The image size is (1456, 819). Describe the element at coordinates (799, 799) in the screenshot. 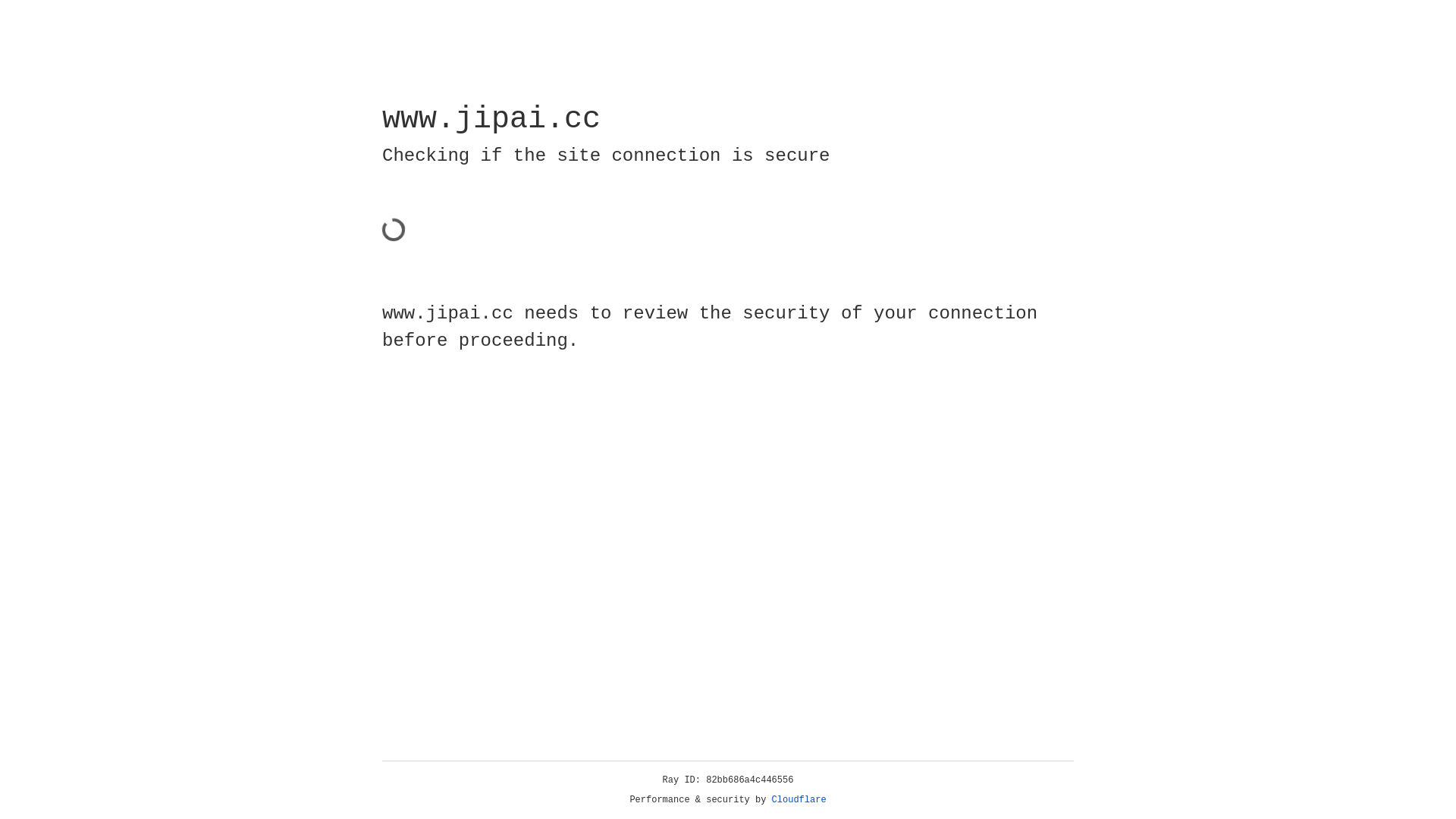

I see `'Cloudflare'` at that location.